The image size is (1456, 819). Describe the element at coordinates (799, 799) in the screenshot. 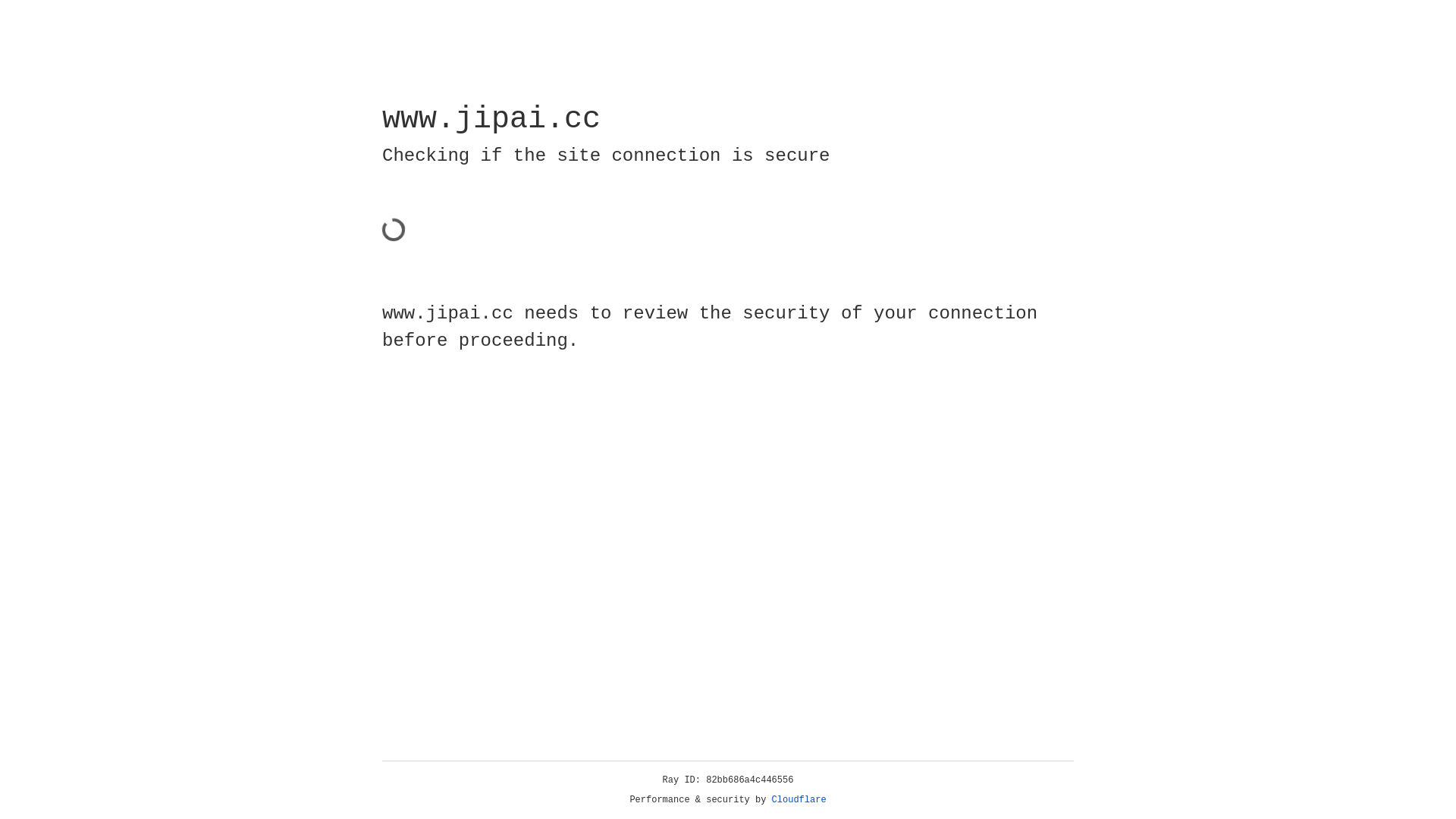

I see `'Cloudflare'` at that location.